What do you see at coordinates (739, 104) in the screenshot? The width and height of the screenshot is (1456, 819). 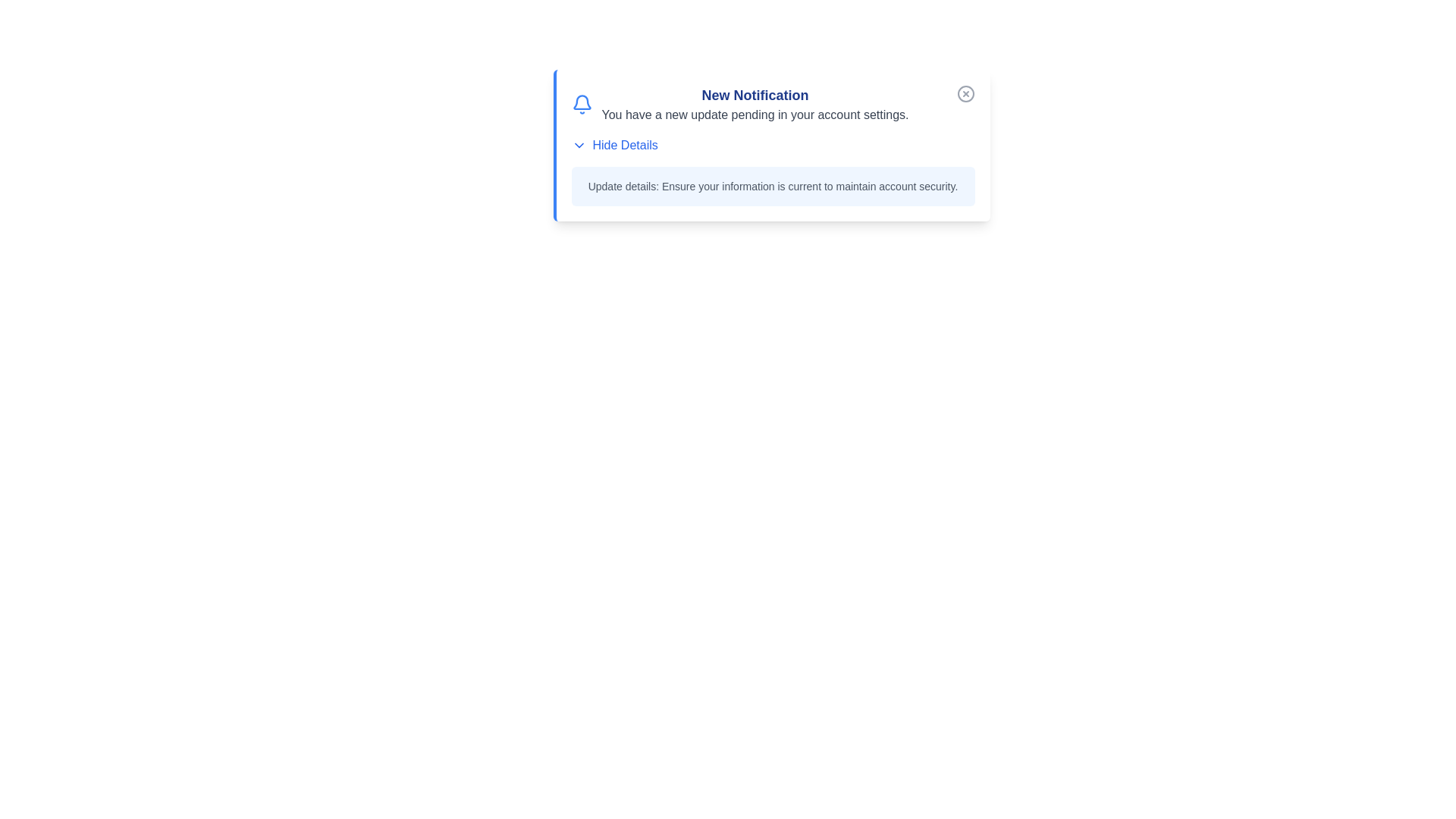 I see `text from the notification header displayed in the text block with an icon located under the notification icon and surrounded by a blue-bordered background` at bounding box center [739, 104].